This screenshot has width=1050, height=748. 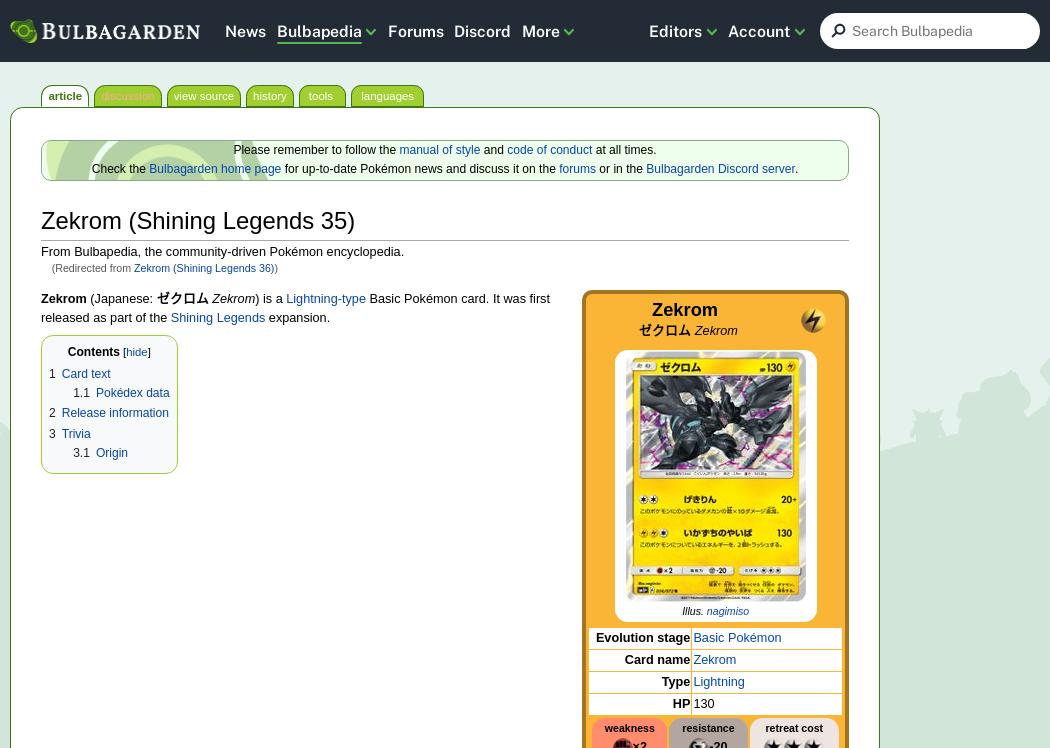 What do you see at coordinates (694, 609) in the screenshot?
I see `'Illus.'` at bounding box center [694, 609].